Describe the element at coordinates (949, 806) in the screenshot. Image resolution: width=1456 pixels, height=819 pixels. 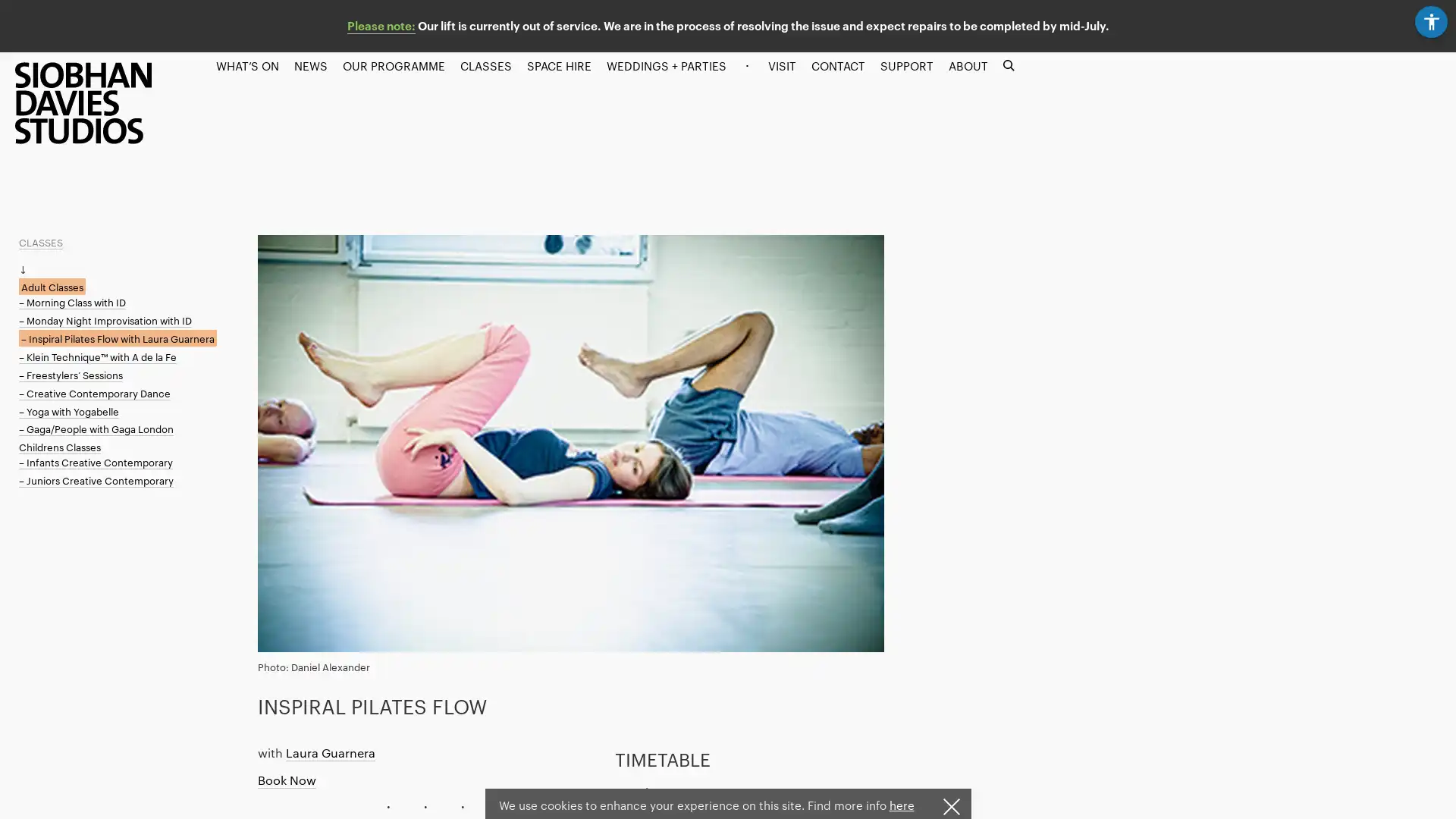
I see `I understand` at that location.